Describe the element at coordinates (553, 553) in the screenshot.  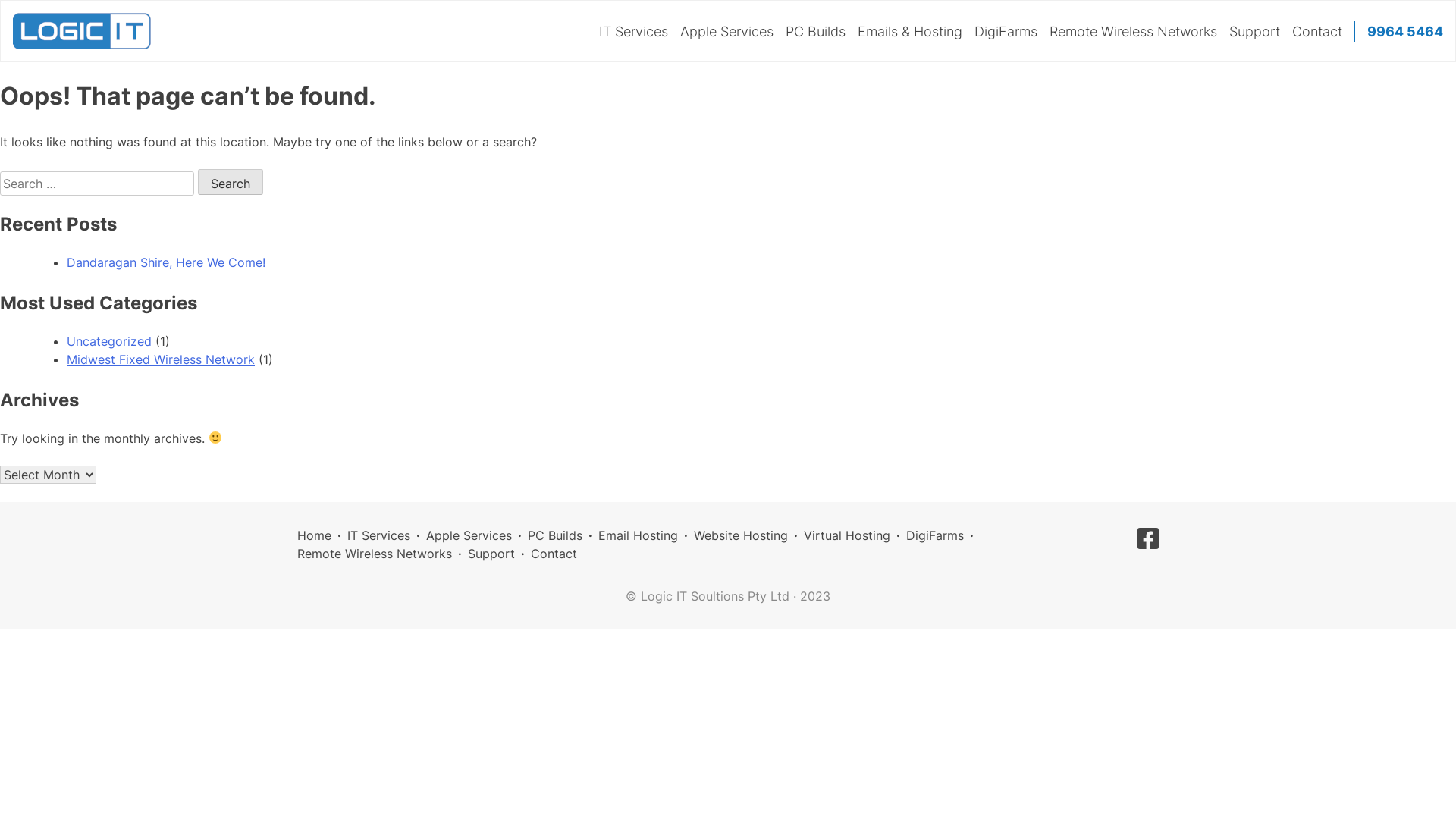
I see `'Contact'` at that location.